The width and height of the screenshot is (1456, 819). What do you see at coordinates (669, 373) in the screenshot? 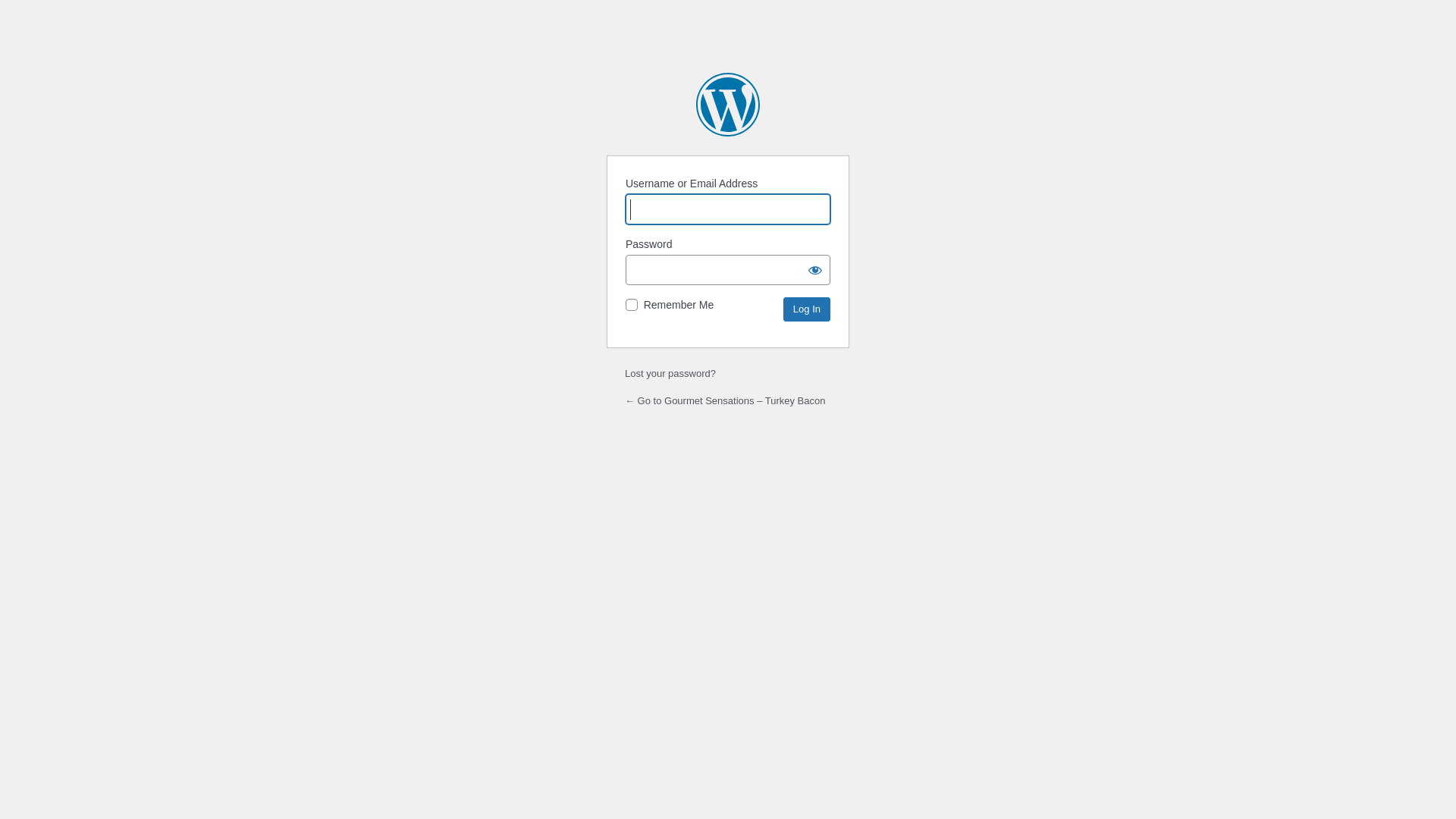
I see `'Lost your password?'` at bounding box center [669, 373].